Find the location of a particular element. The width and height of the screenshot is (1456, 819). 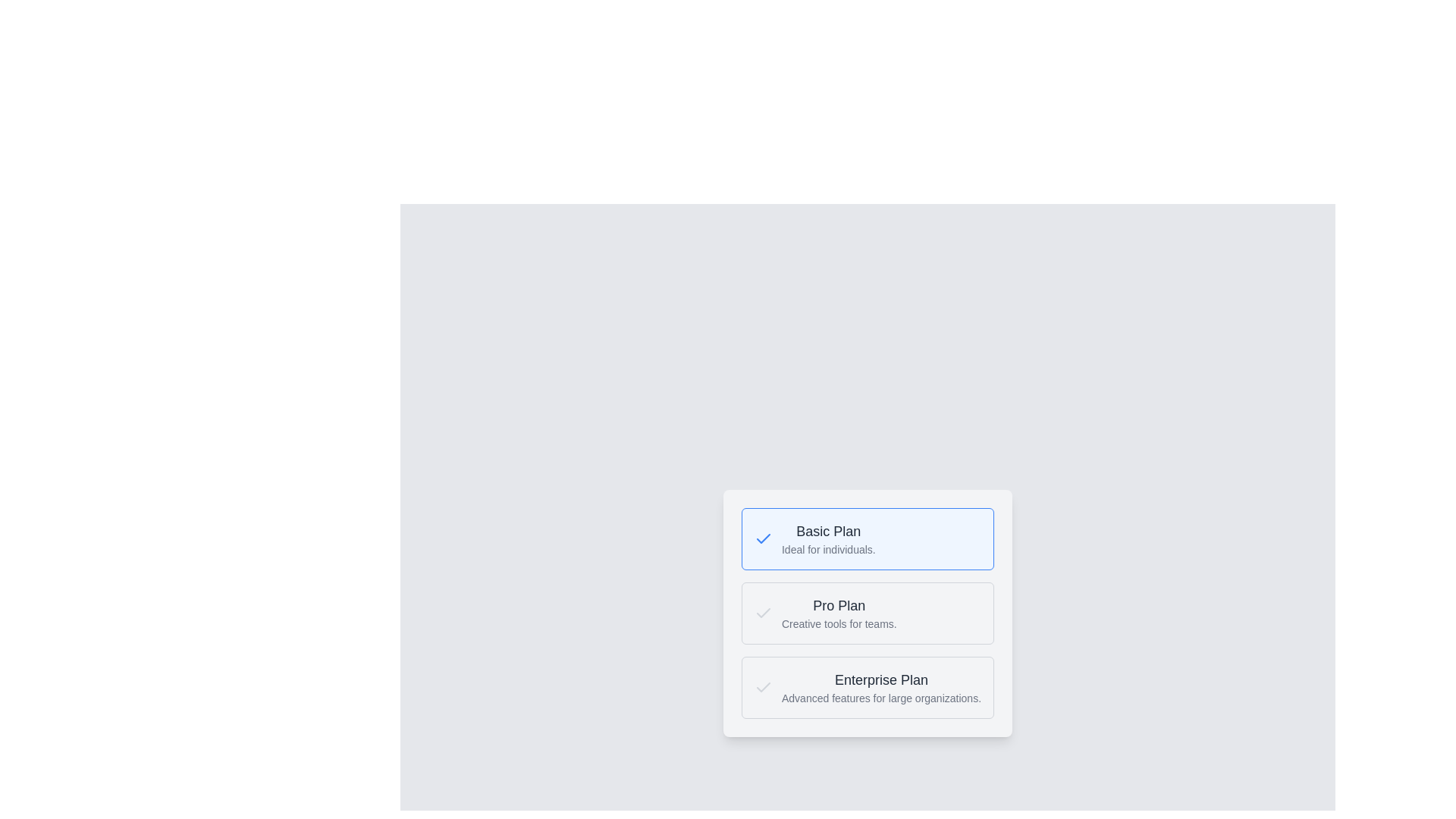

the Text Label that serves as the title for the Enterprise Plan subscription option, located at the center of the third option card is located at coordinates (881, 679).